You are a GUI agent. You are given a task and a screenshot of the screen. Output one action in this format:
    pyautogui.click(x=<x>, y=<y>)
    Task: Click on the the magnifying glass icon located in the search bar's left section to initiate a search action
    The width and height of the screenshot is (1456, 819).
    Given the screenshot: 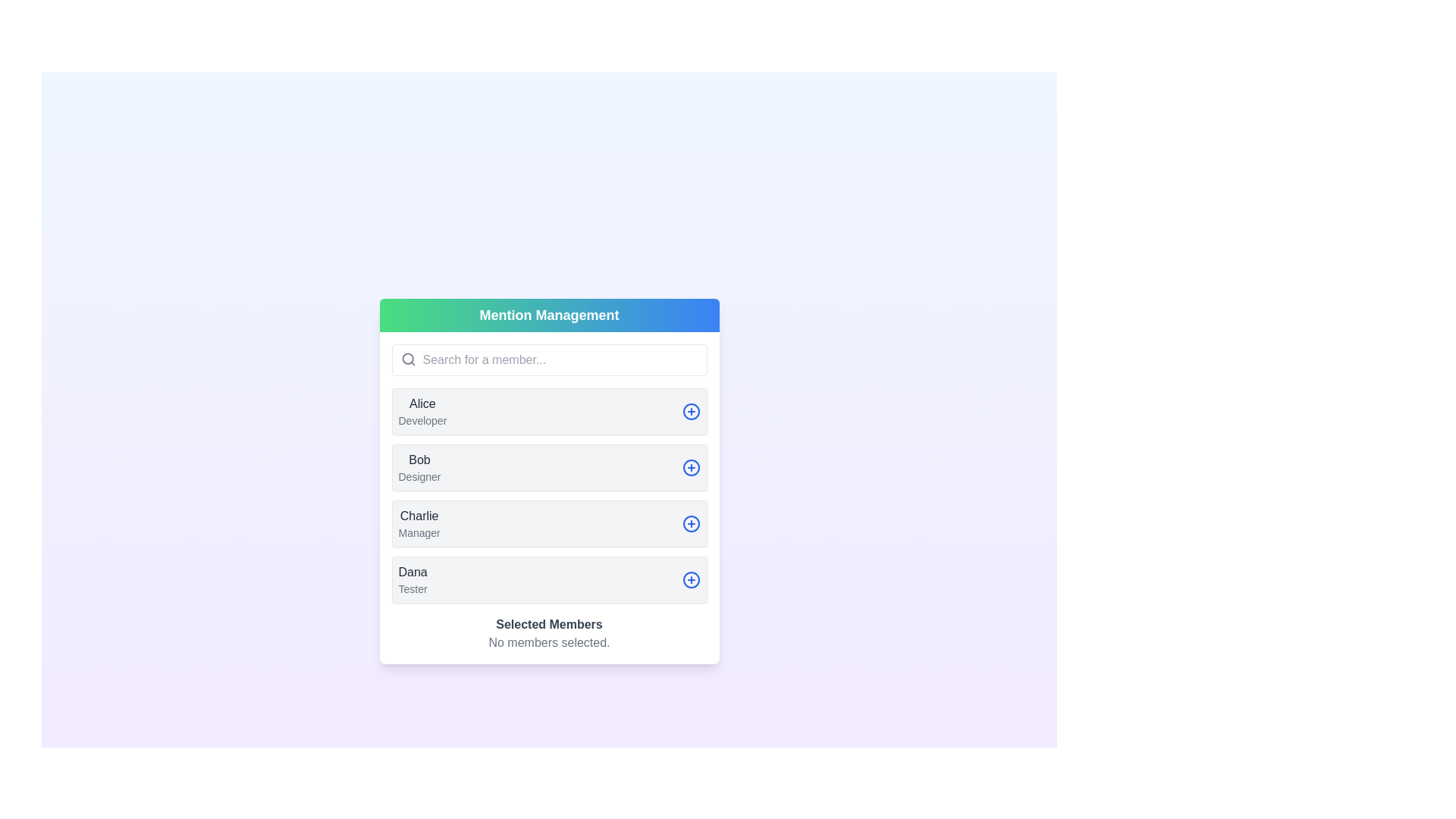 What is the action you would take?
    pyautogui.click(x=408, y=359)
    